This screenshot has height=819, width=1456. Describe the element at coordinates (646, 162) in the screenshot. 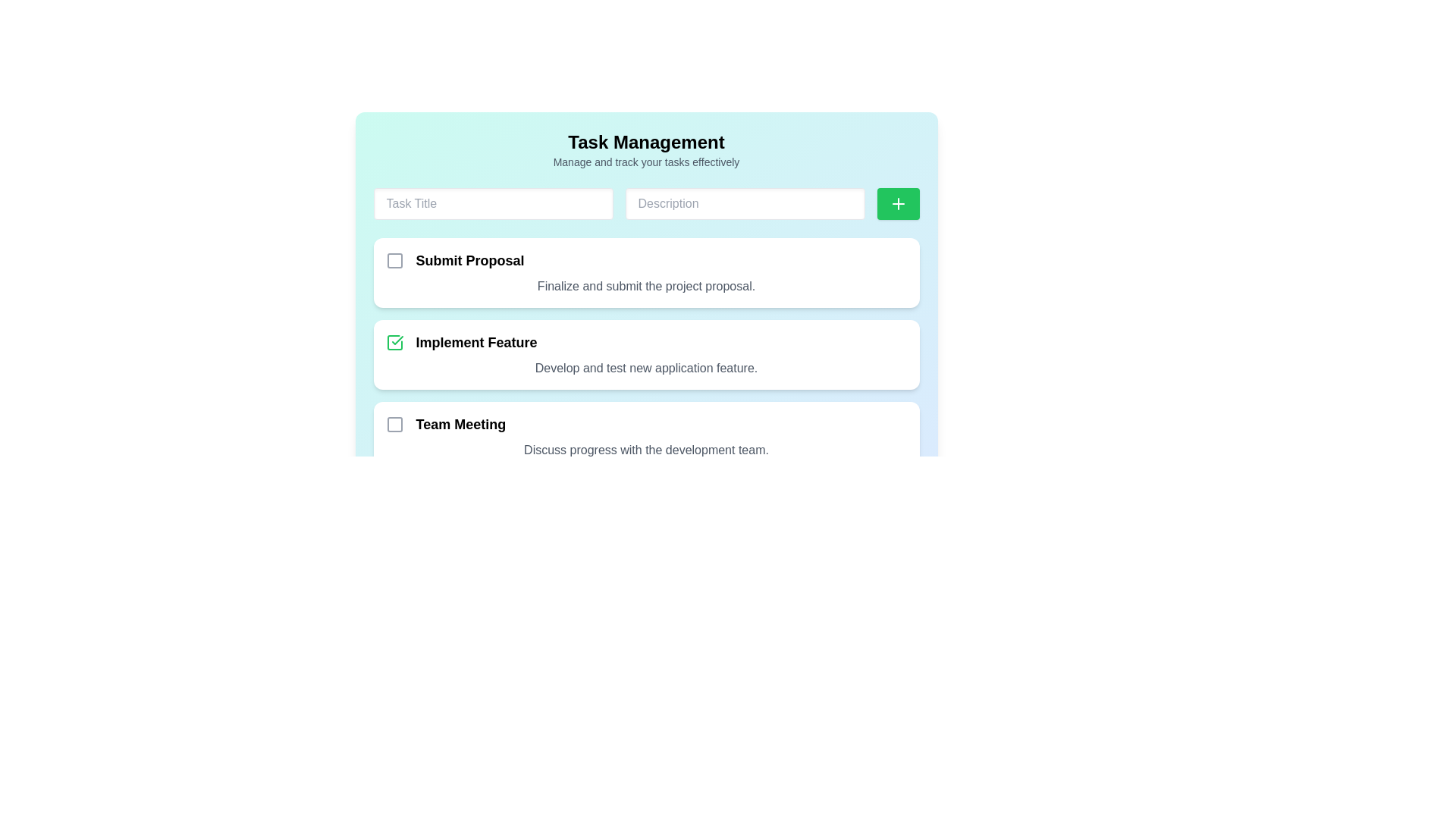

I see `the small gray text label that reads 'Manage and track your tasks effectively', located below the 'Task Management' heading` at that location.